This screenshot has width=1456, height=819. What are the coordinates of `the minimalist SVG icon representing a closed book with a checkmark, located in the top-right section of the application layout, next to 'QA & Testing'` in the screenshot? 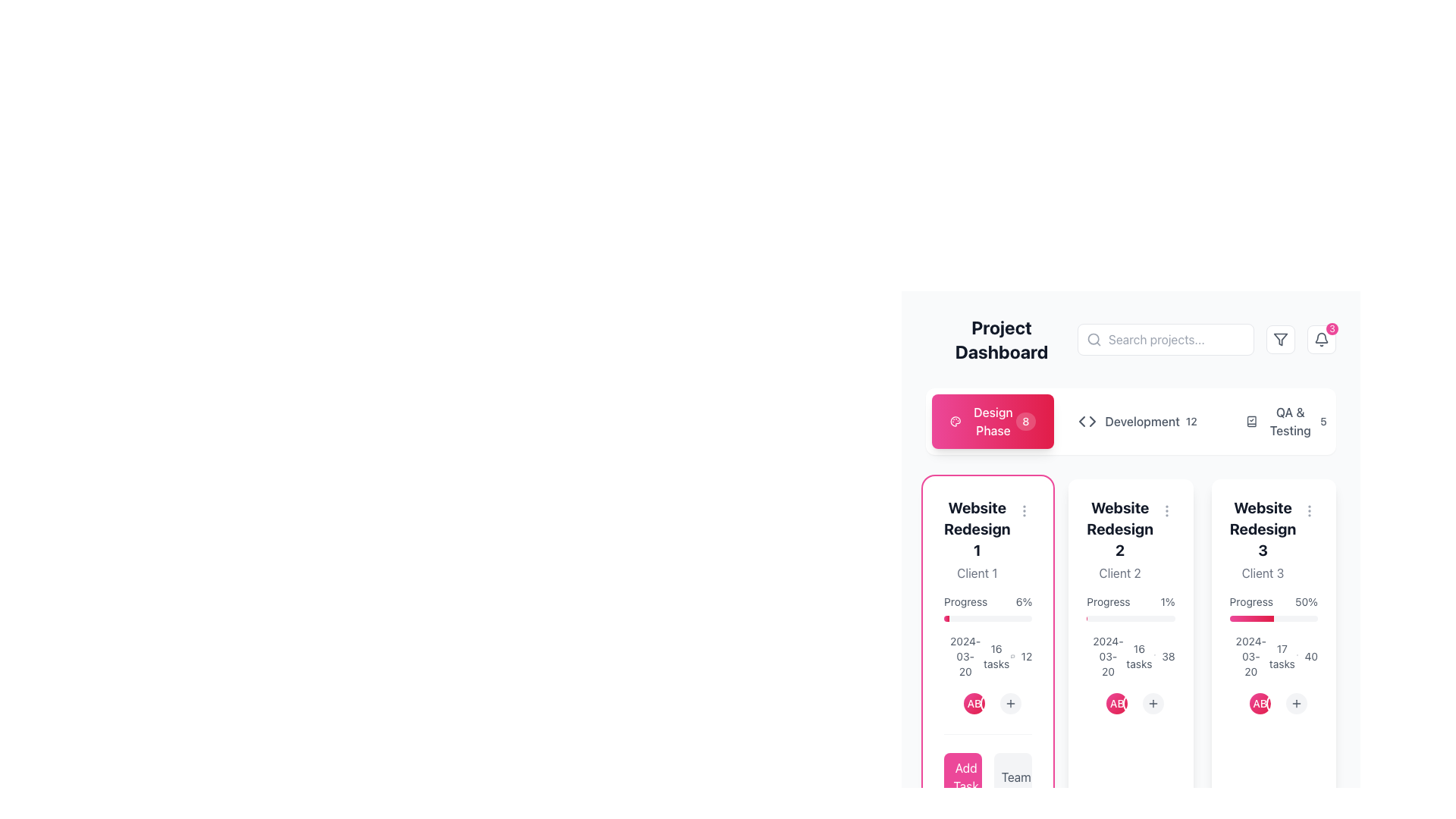 It's located at (1251, 421).